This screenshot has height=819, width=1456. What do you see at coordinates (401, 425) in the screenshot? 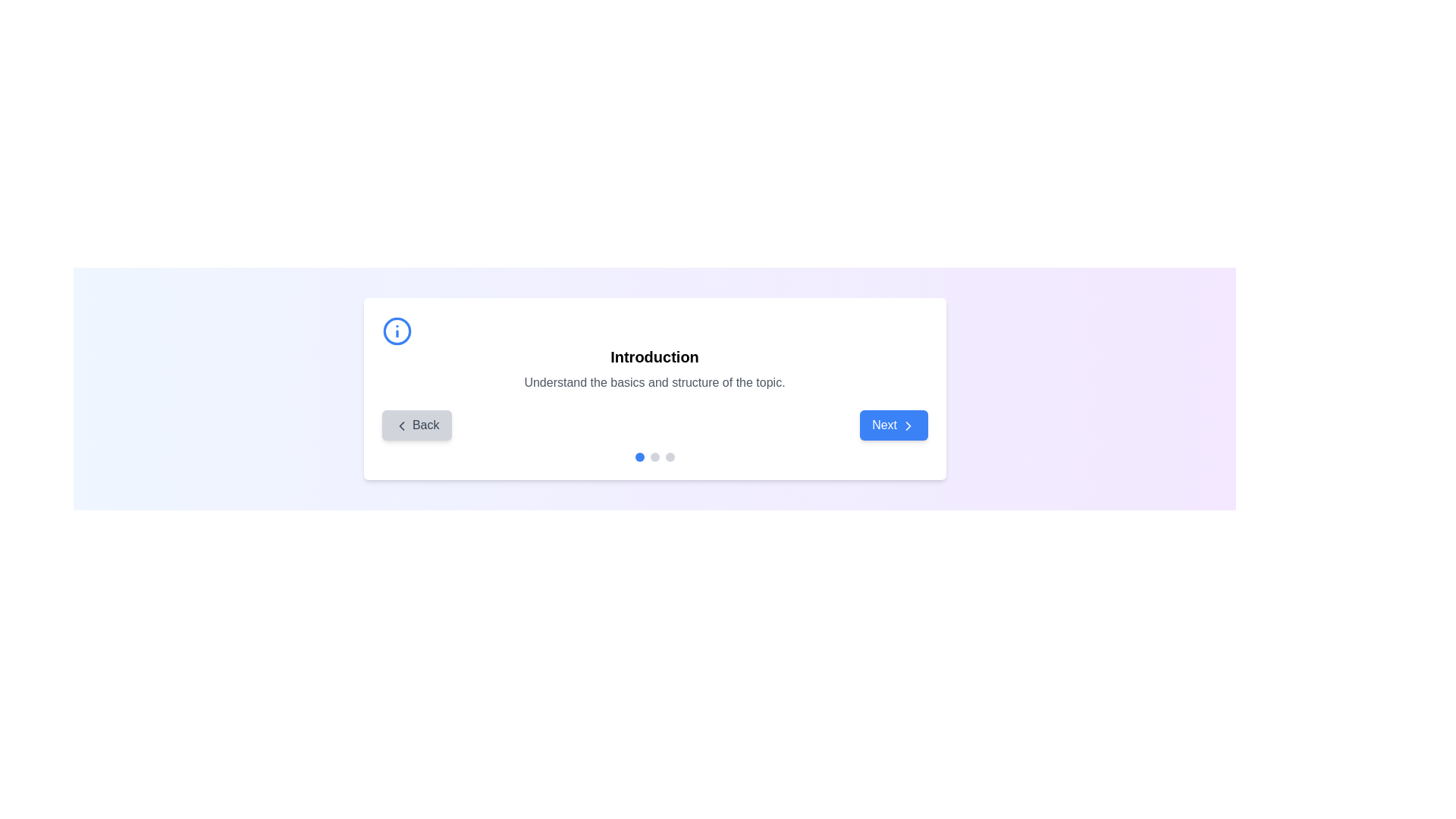
I see `the left-pointing arrow icon located inside the 'Back' button to trigger visual feedback` at bounding box center [401, 425].